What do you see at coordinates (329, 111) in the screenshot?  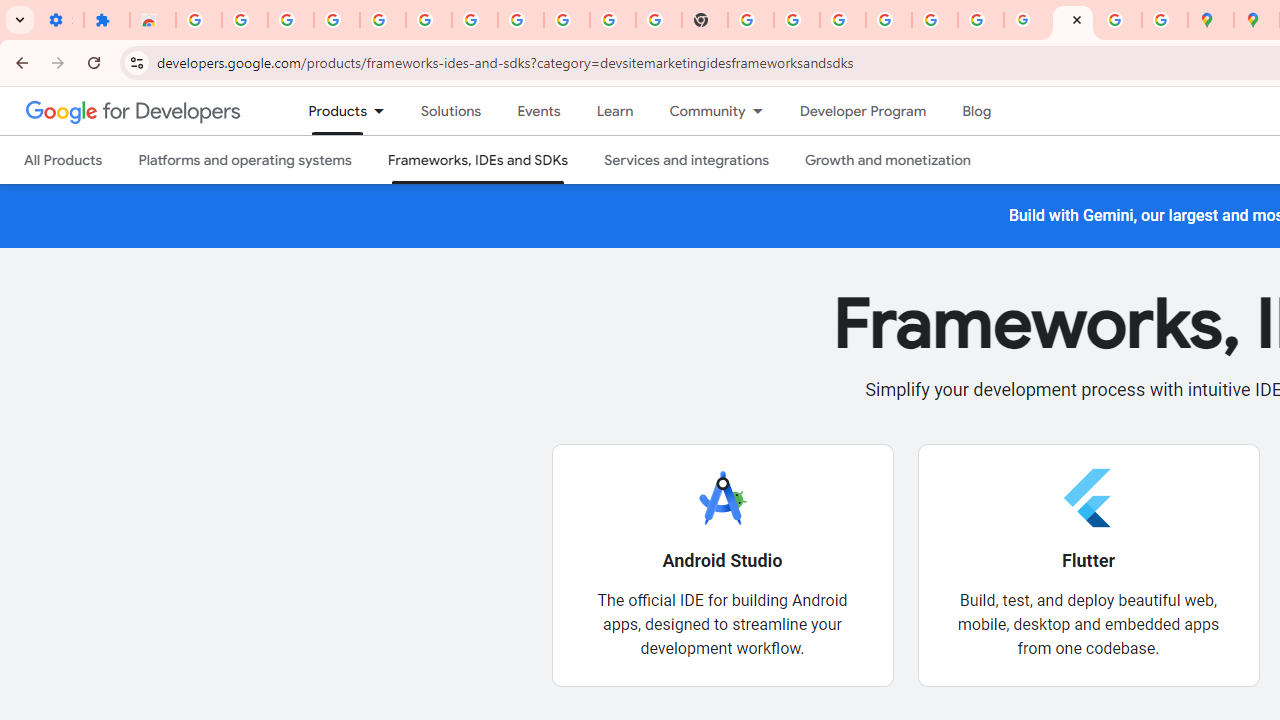 I see `'Products, selected'` at bounding box center [329, 111].